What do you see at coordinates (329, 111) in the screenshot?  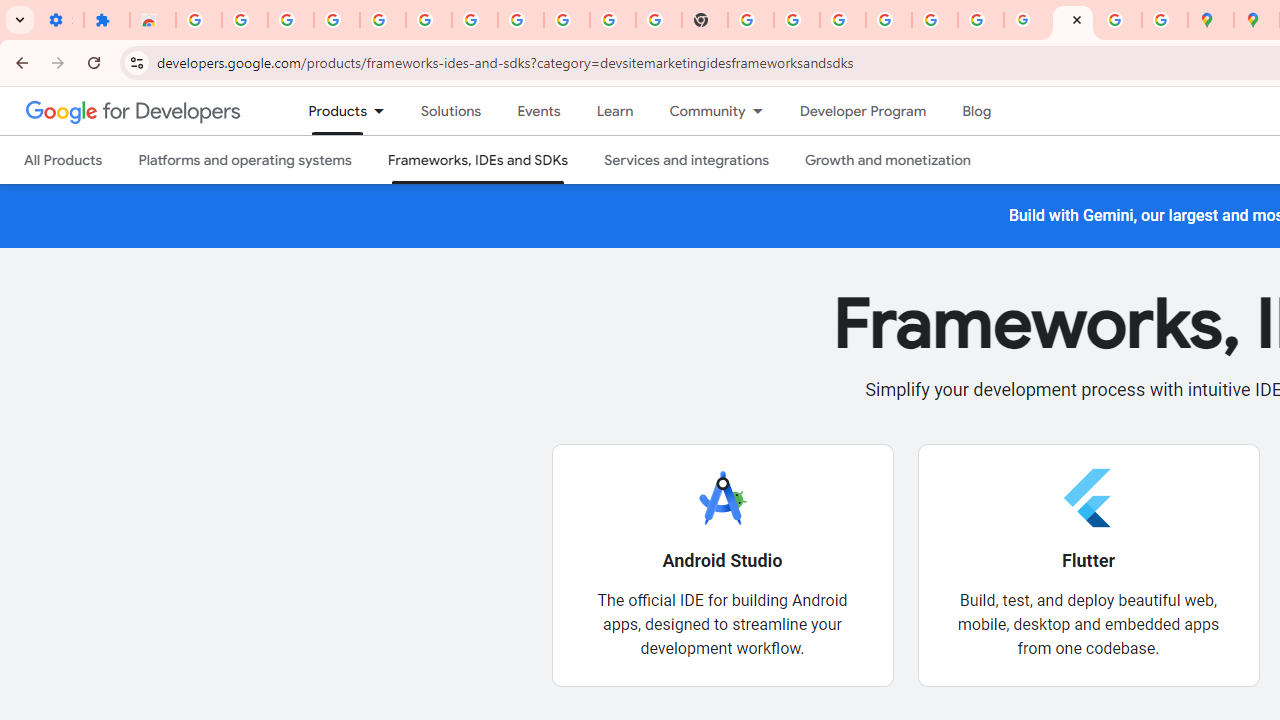 I see `'Products, selected'` at bounding box center [329, 111].